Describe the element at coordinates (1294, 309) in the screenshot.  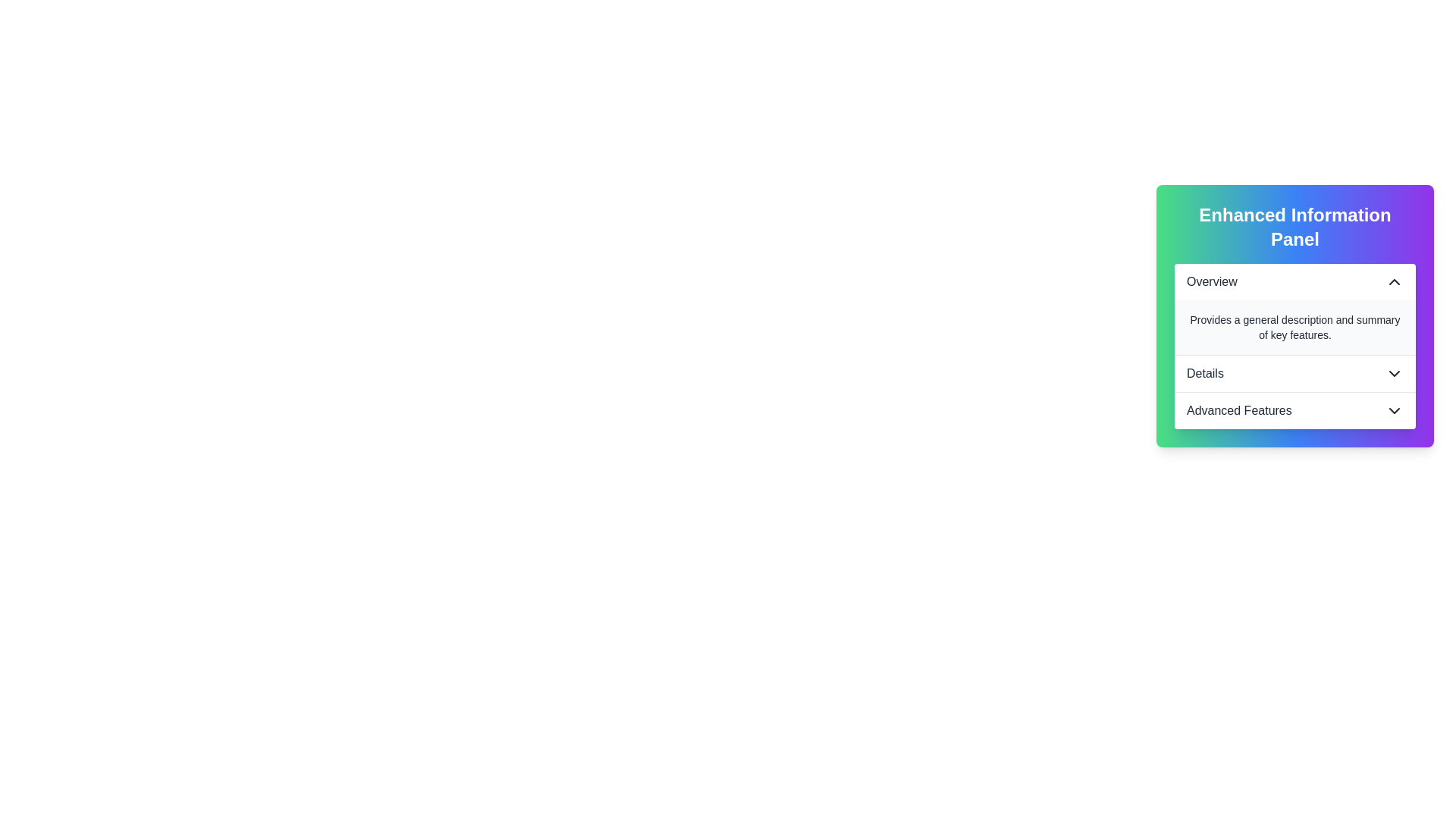
I see `summary text located in the 'Overview' section, which provides supplementary information directly below the 'Overview' heading` at that location.